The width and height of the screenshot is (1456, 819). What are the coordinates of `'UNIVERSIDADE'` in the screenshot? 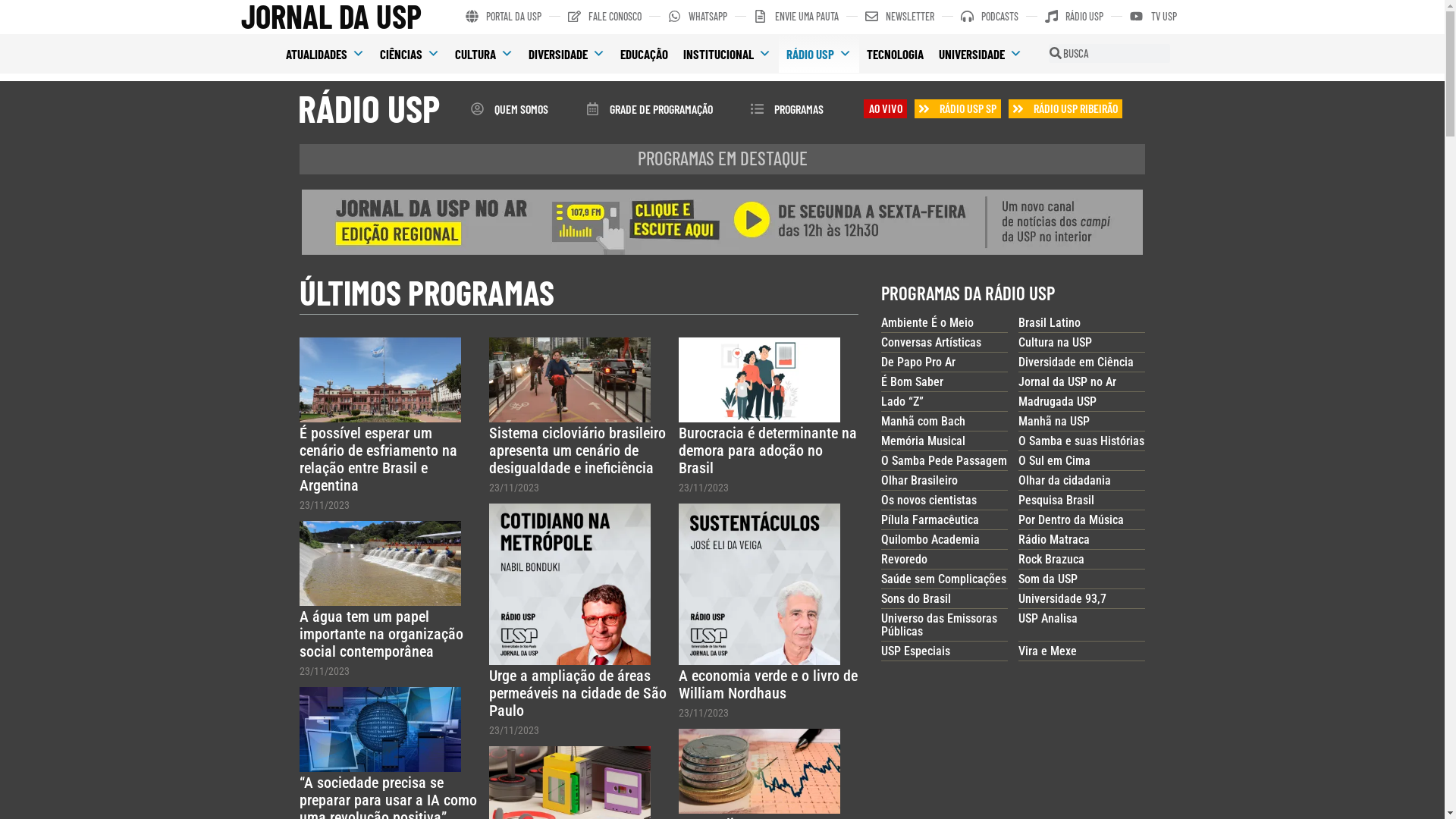 It's located at (930, 52).